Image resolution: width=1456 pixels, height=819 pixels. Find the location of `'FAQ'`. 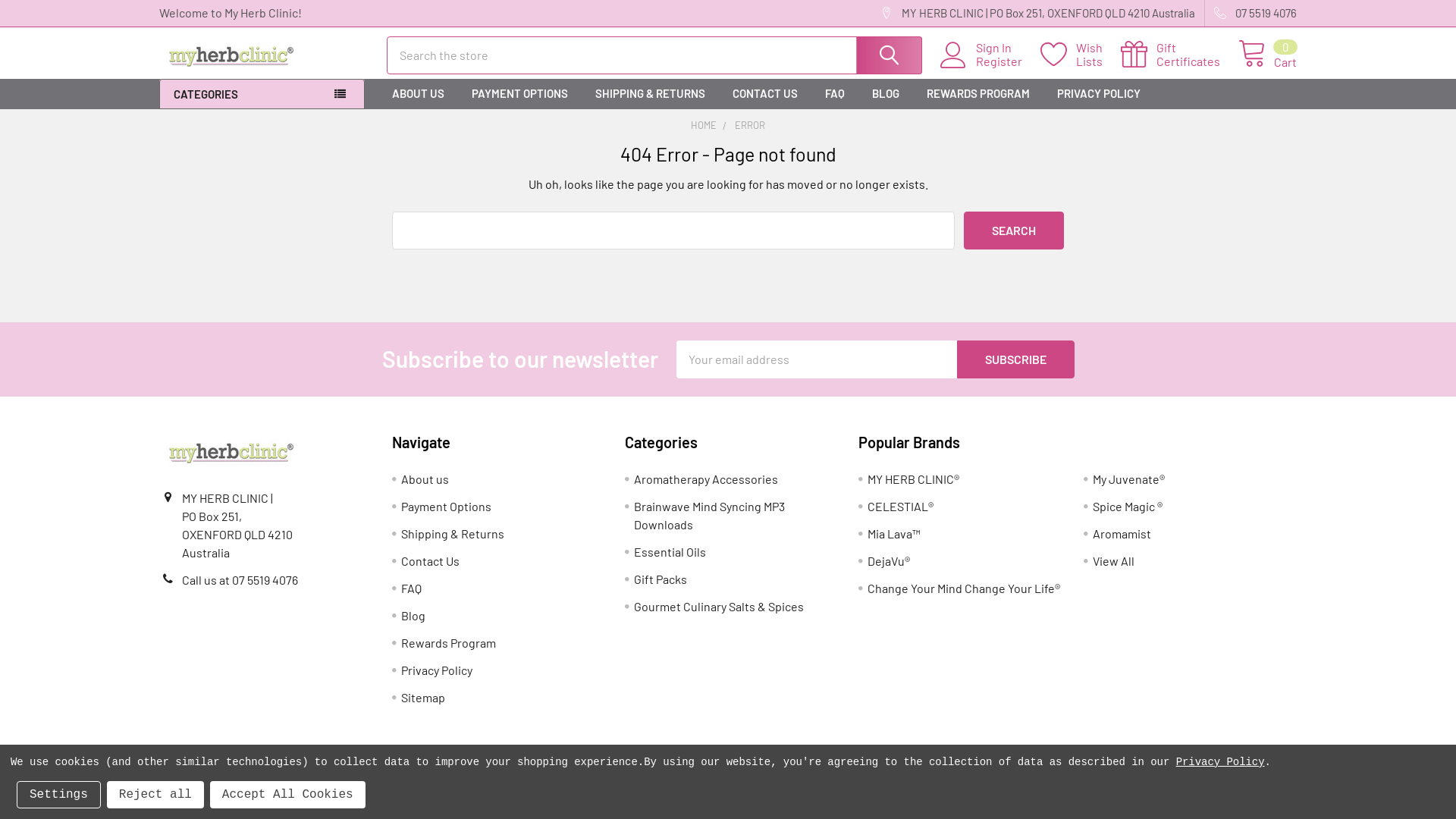

'FAQ' is located at coordinates (411, 587).